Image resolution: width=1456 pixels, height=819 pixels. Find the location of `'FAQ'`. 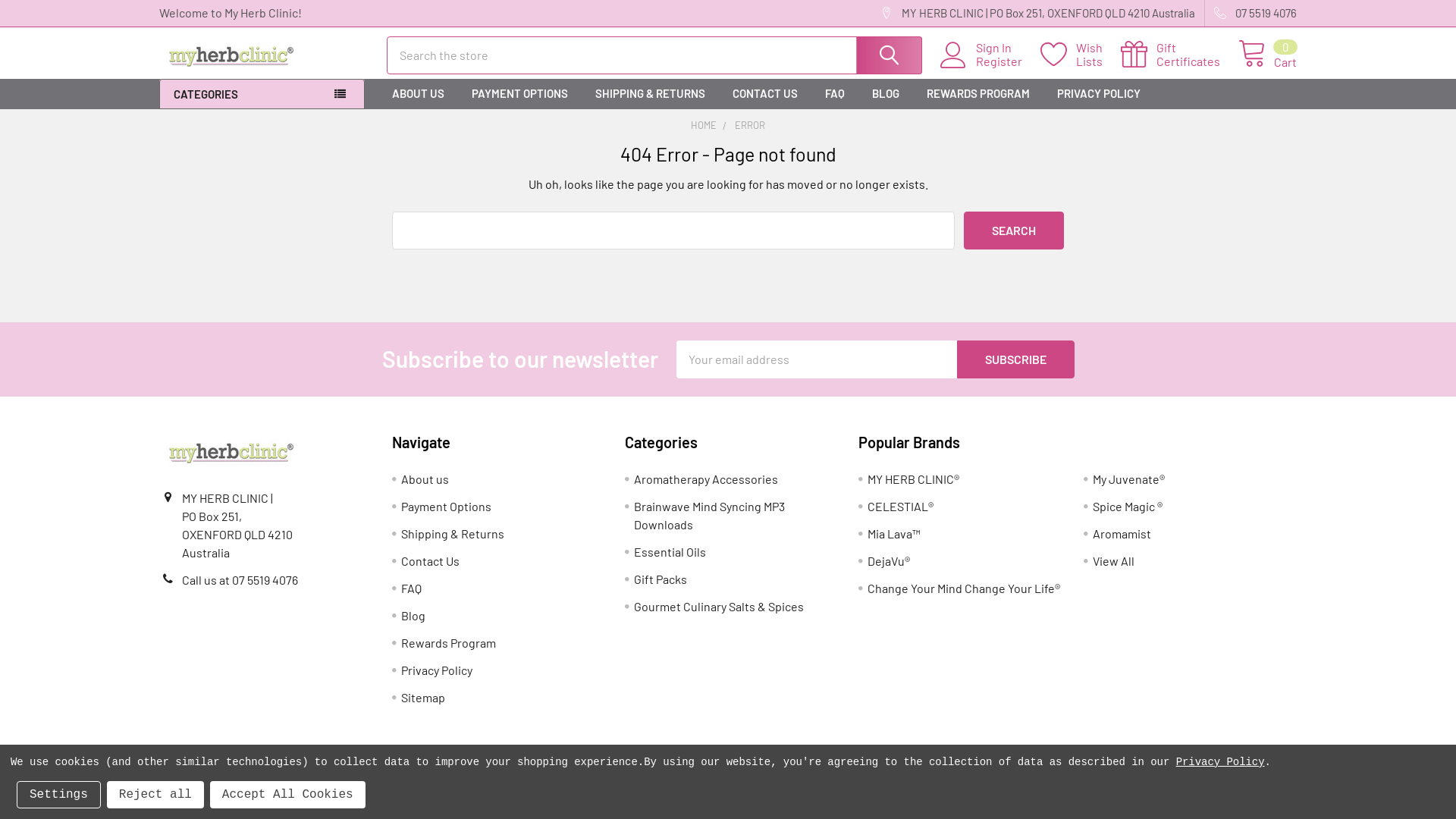

'FAQ' is located at coordinates (411, 587).